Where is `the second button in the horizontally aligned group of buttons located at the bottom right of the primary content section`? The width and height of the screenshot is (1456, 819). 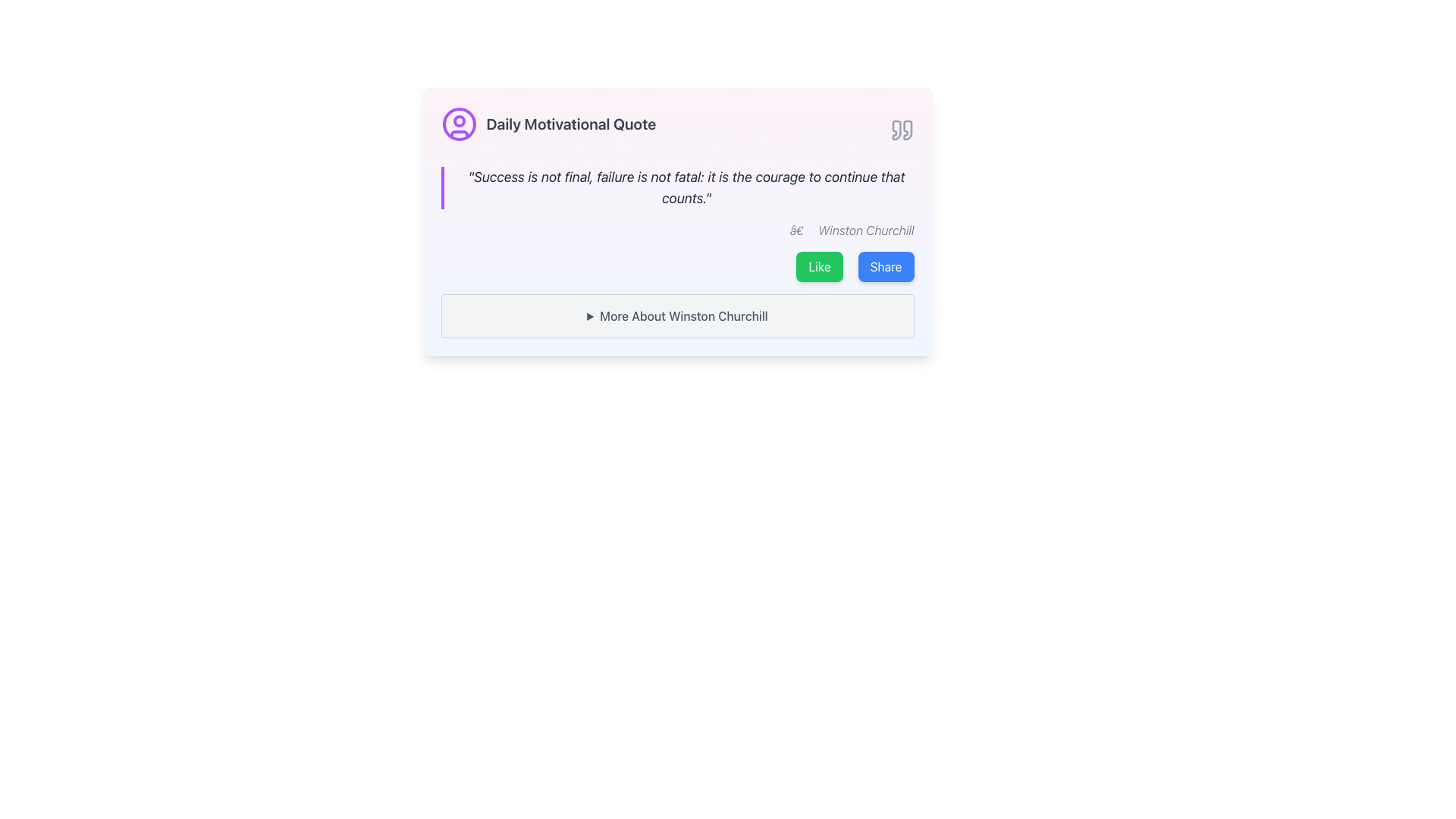
the second button in the horizontally aligned group of buttons located at the bottom right of the primary content section is located at coordinates (886, 265).